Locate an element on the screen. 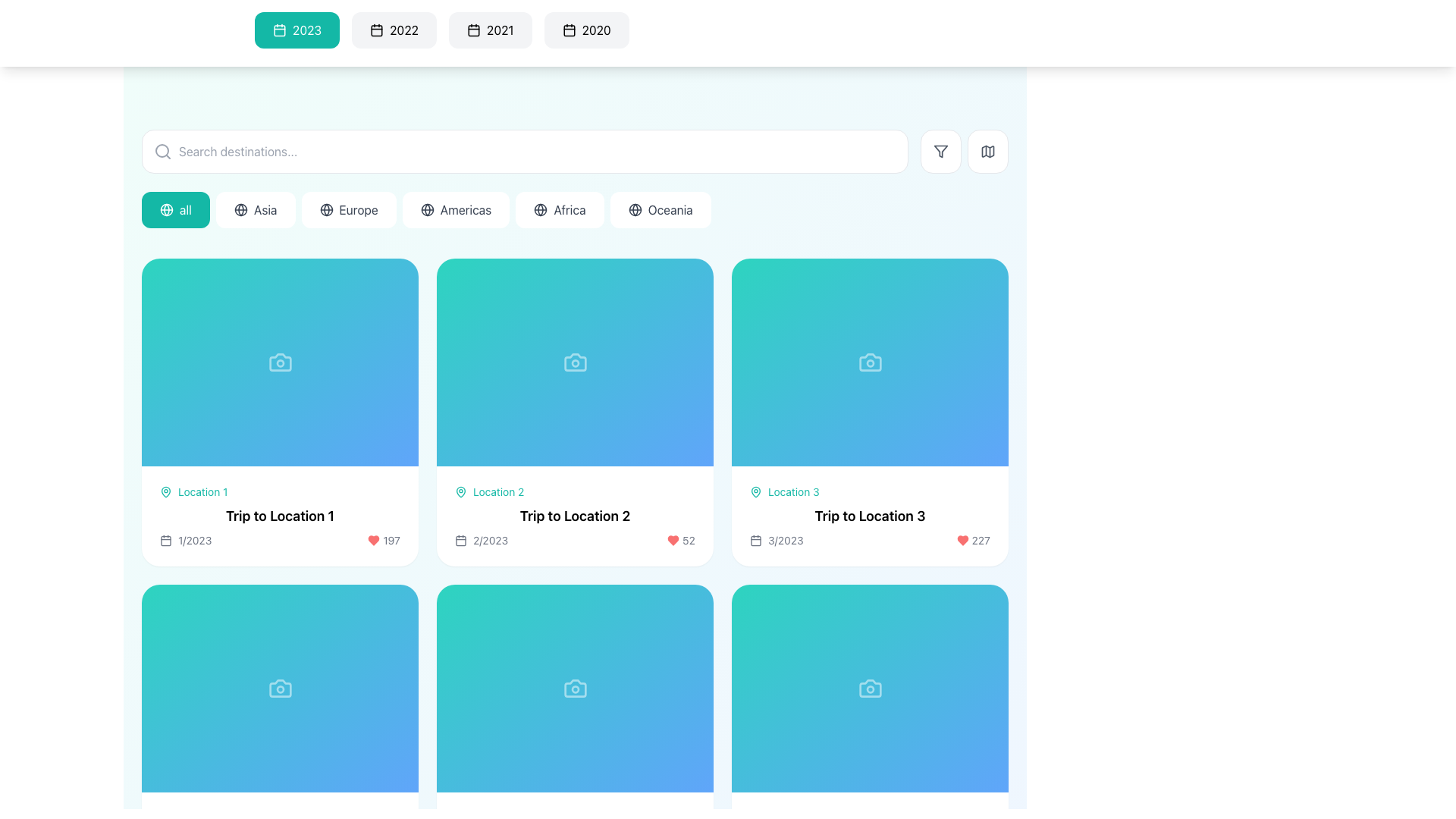 This screenshot has height=819, width=1456. the camera icon, which is a small camera symbol positioned centrally within a blue gradient rectangular card in the lower-right card of a grid of four cards is located at coordinates (870, 688).